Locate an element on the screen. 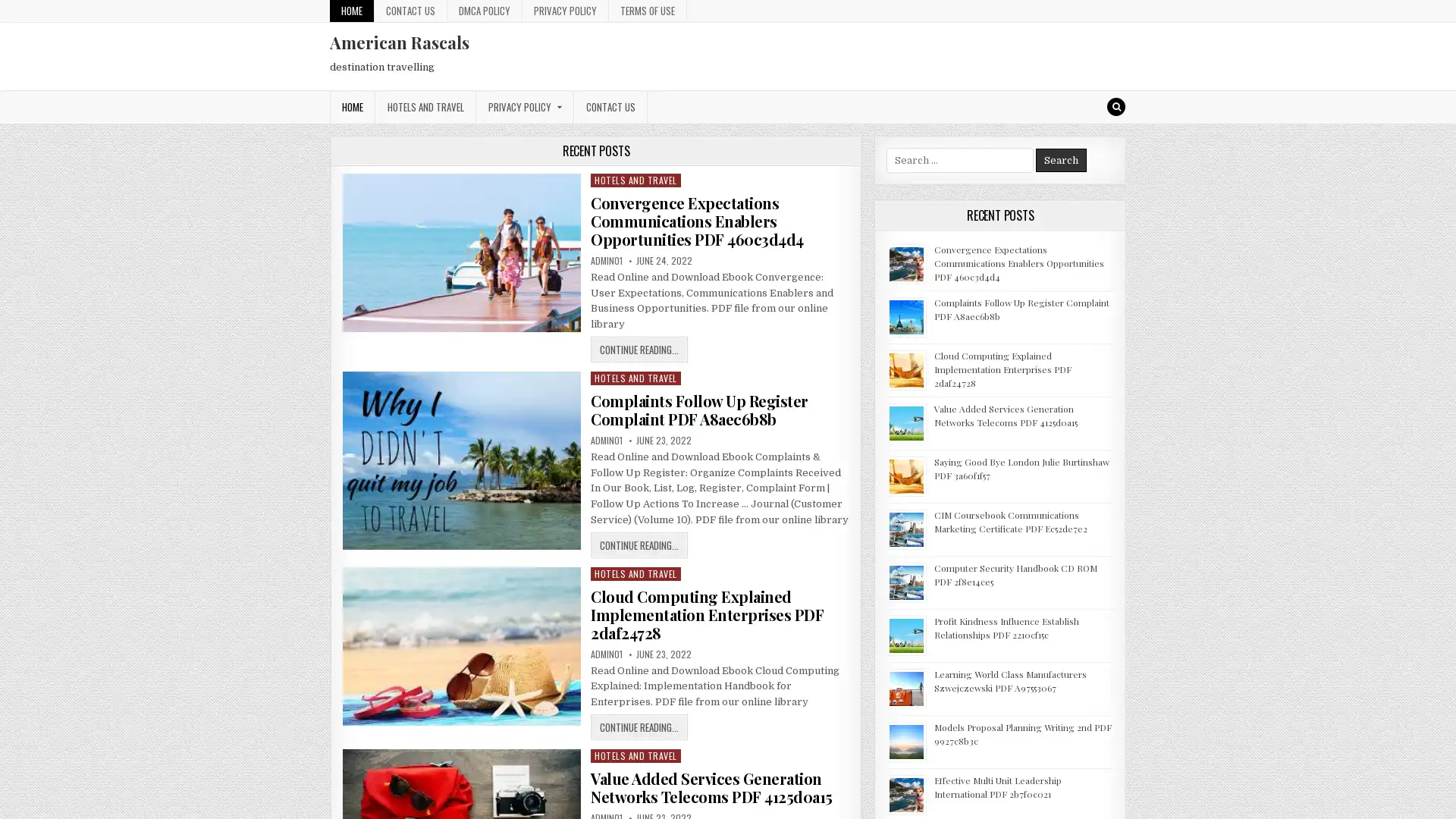  Search is located at coordinates (1060, 160).